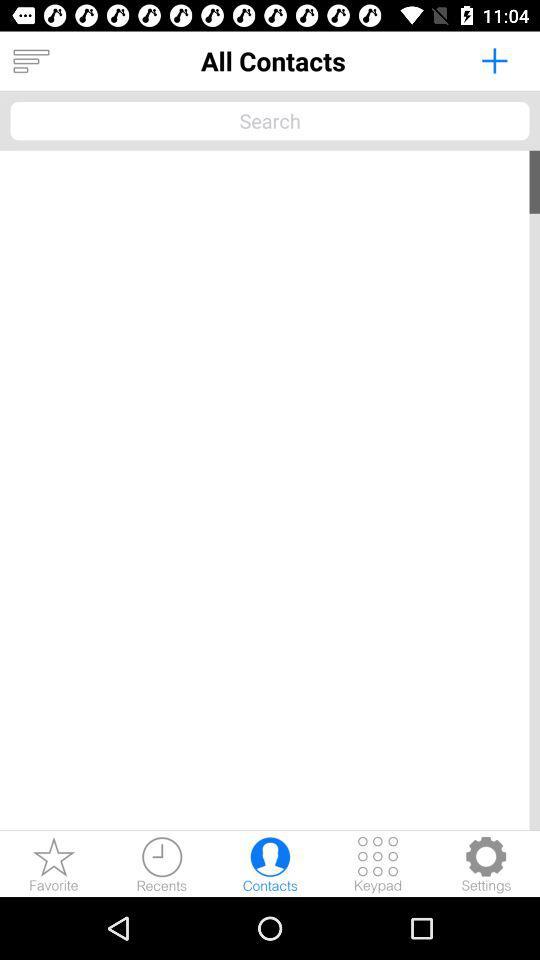 This screenshot has width=540, height=960. Describe the element at coordinates (30, 61) in the screenshot. I see `open menu` at that location.